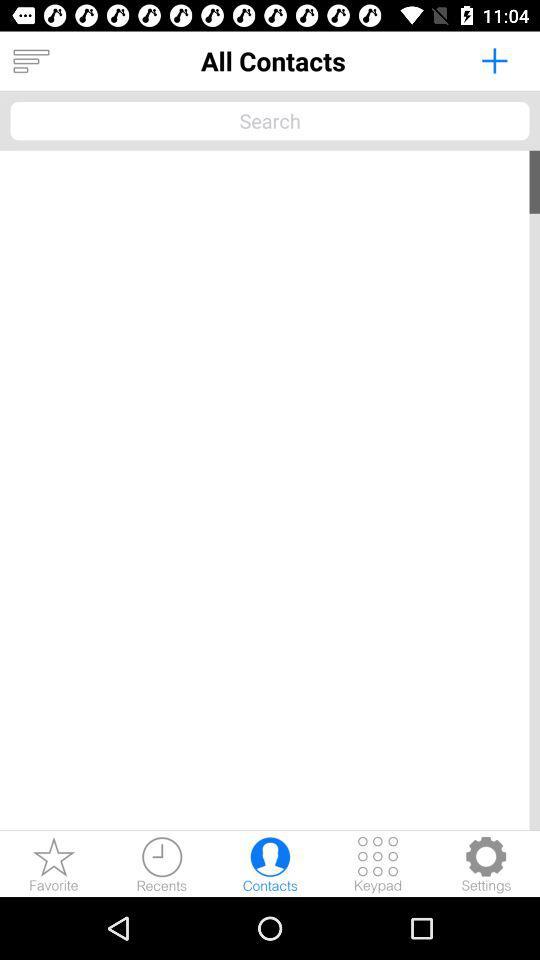 This screenshot has width=540, height=960. Describe the element at coordinates (30, 61) in the screenshot. I see `open menu` at that location.